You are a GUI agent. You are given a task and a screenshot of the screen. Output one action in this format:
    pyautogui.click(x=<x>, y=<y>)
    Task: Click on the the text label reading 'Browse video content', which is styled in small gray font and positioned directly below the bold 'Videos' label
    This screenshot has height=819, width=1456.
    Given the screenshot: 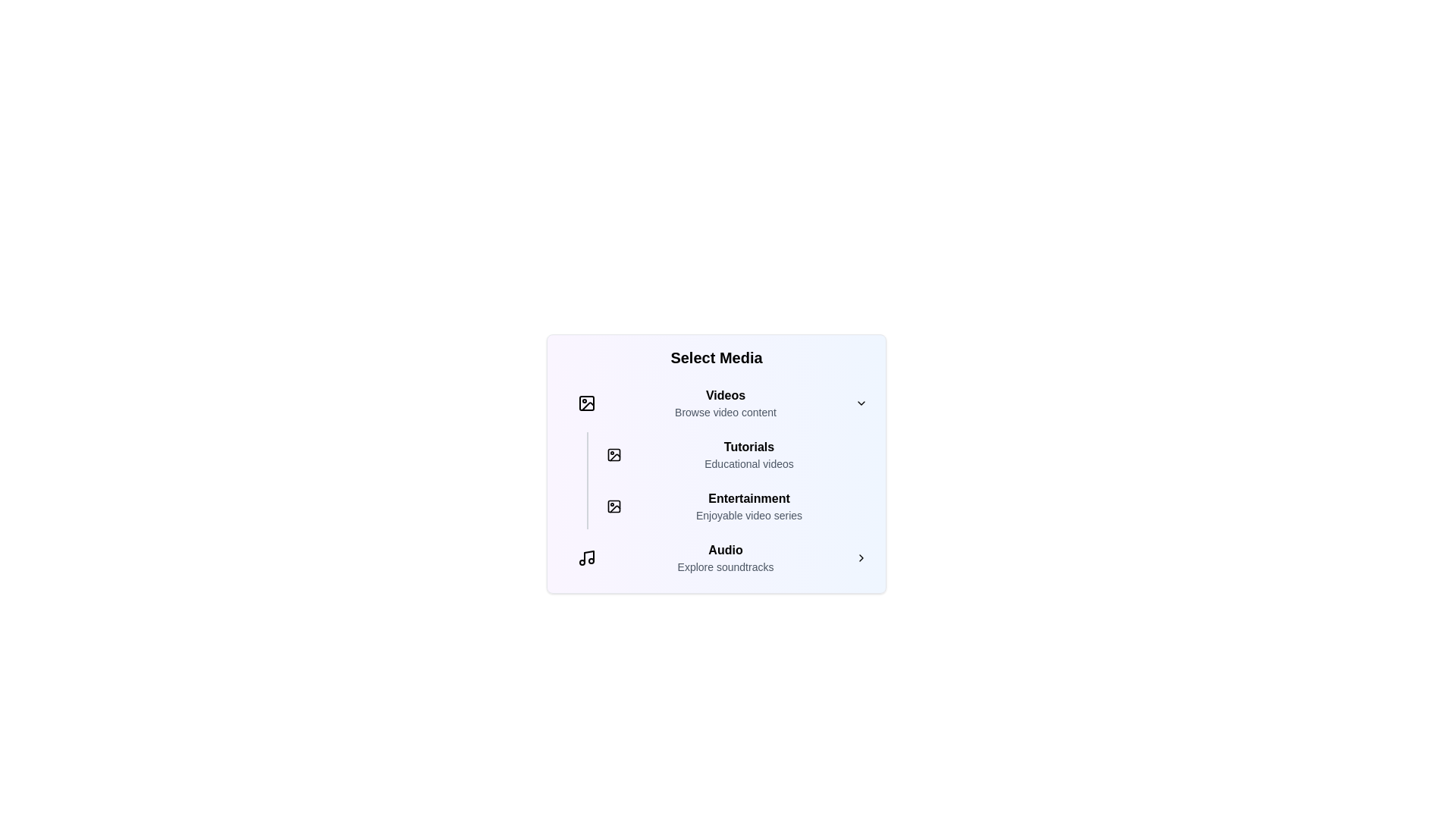 What is the action you would take?
    pyautogui.click(x=724, y=412)
    